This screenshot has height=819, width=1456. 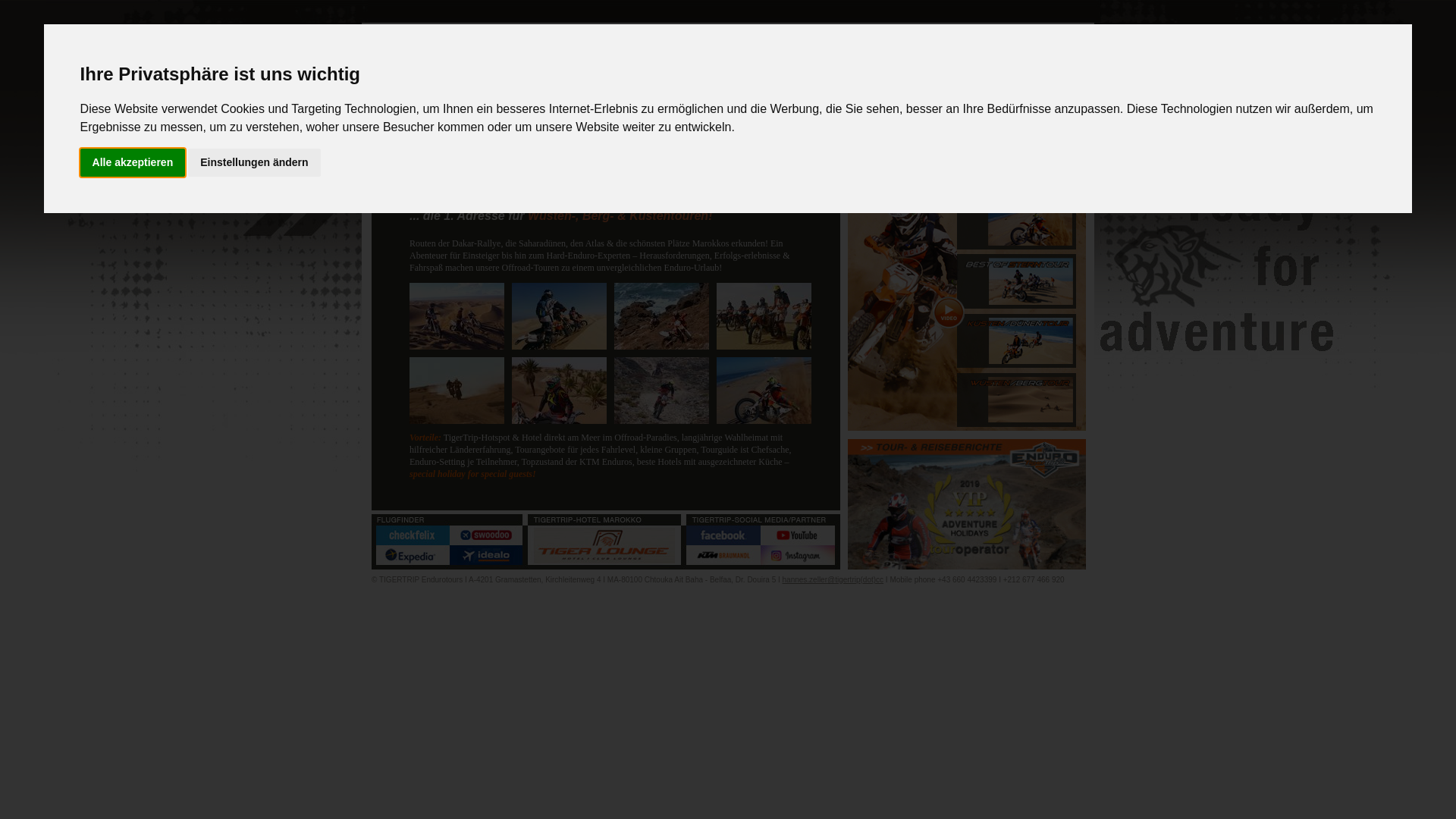 What do you see at coordinates (667, 154) in the screenshot?
I see `'TOUREN & INFOS'` at bounding box center [667, 154].